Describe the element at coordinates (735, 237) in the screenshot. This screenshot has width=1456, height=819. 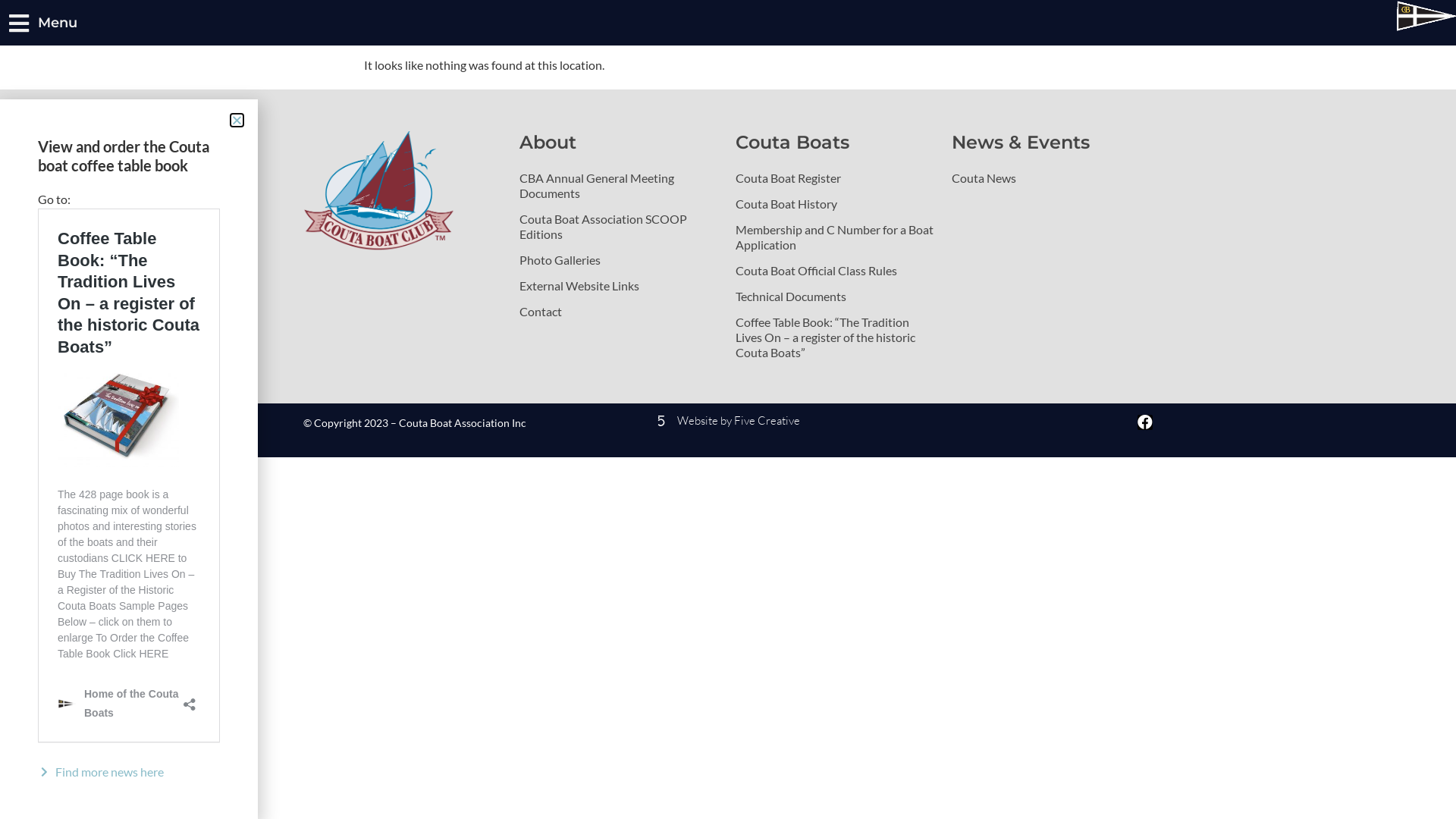
I see `'Membership and C Number for a Boat Application'` at that location.